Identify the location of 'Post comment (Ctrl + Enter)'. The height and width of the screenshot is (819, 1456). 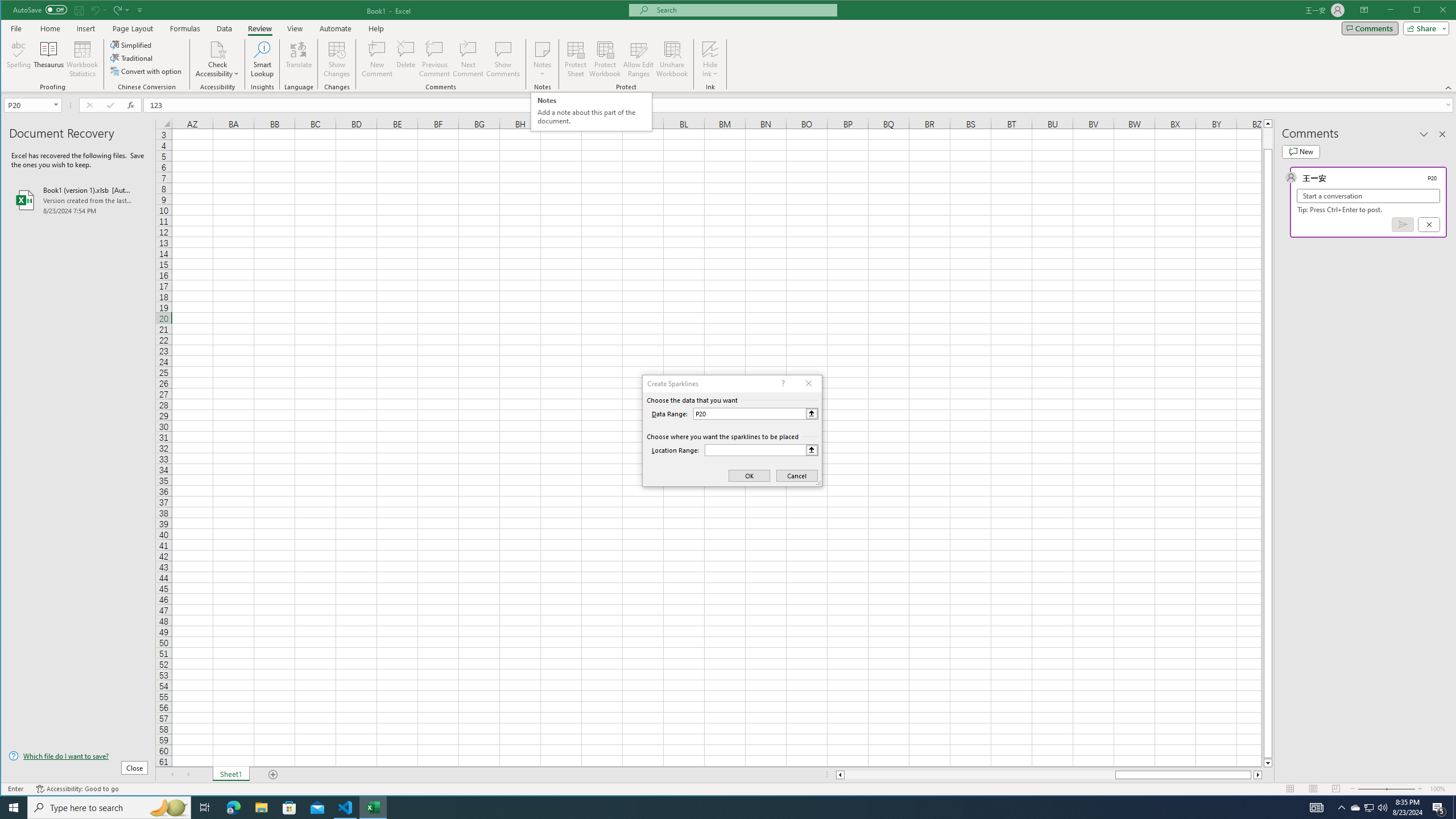
(1403, 224).